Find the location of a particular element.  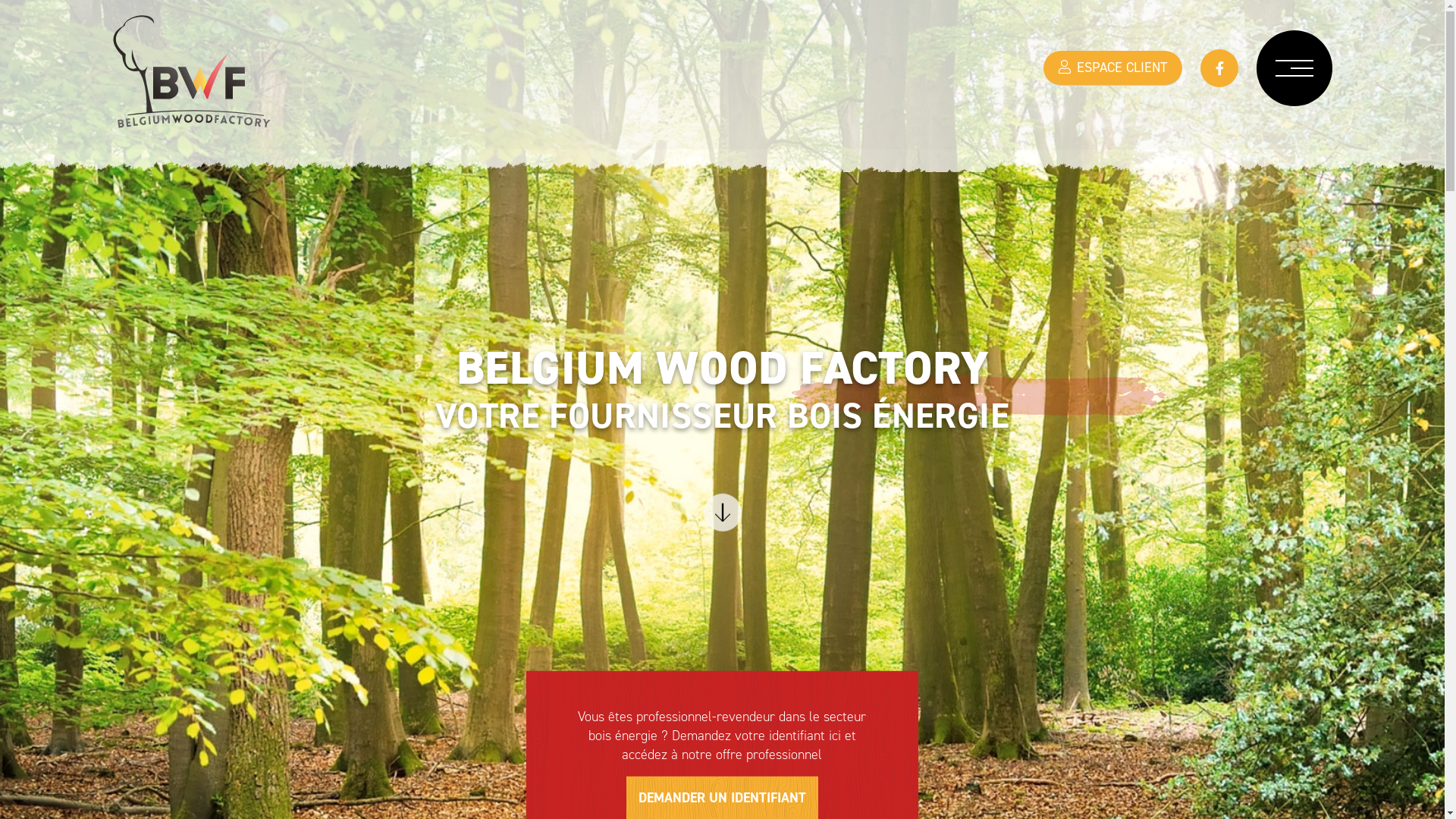

'BELGIUM WOOD FACTORY' is located at coordinates (191, 86).